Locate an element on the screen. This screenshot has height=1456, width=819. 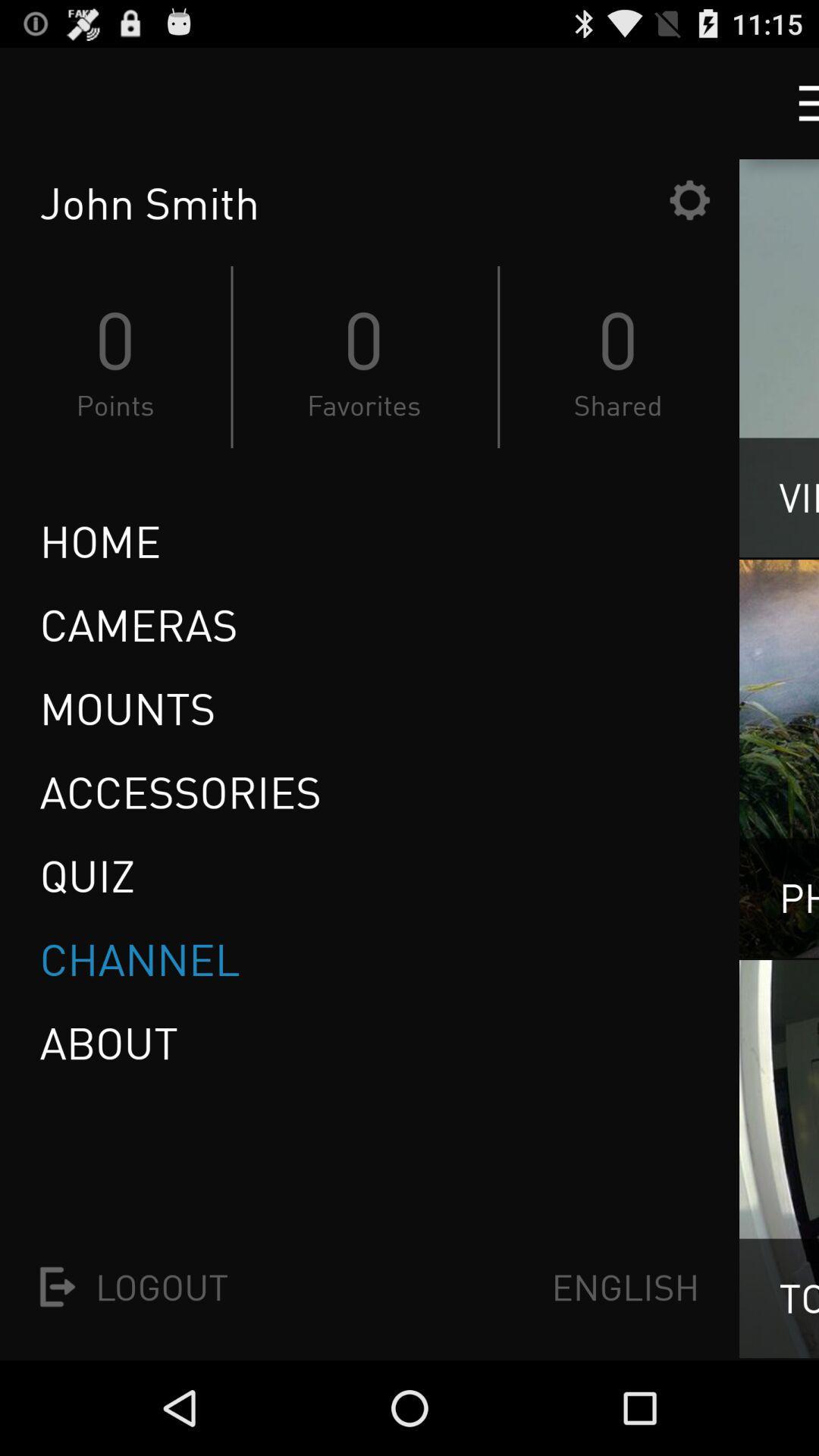
menu is located at coordinates (794, 102).